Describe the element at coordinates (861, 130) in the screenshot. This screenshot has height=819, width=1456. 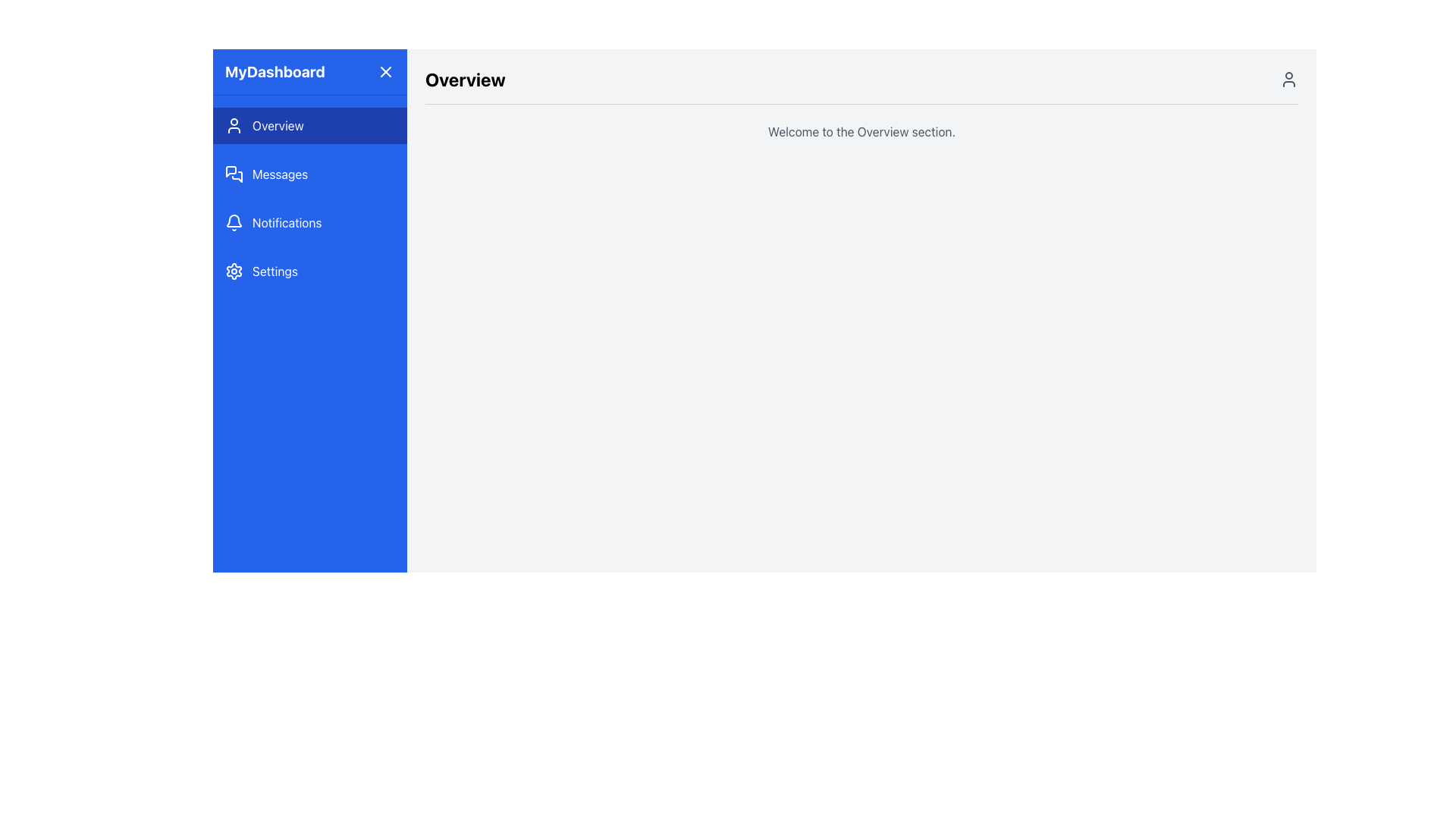
I see `the textual banner reading 'Welcome to the Overview section.' which is located beneath the bold 'Overview' heading, top-center of the page` at that location.